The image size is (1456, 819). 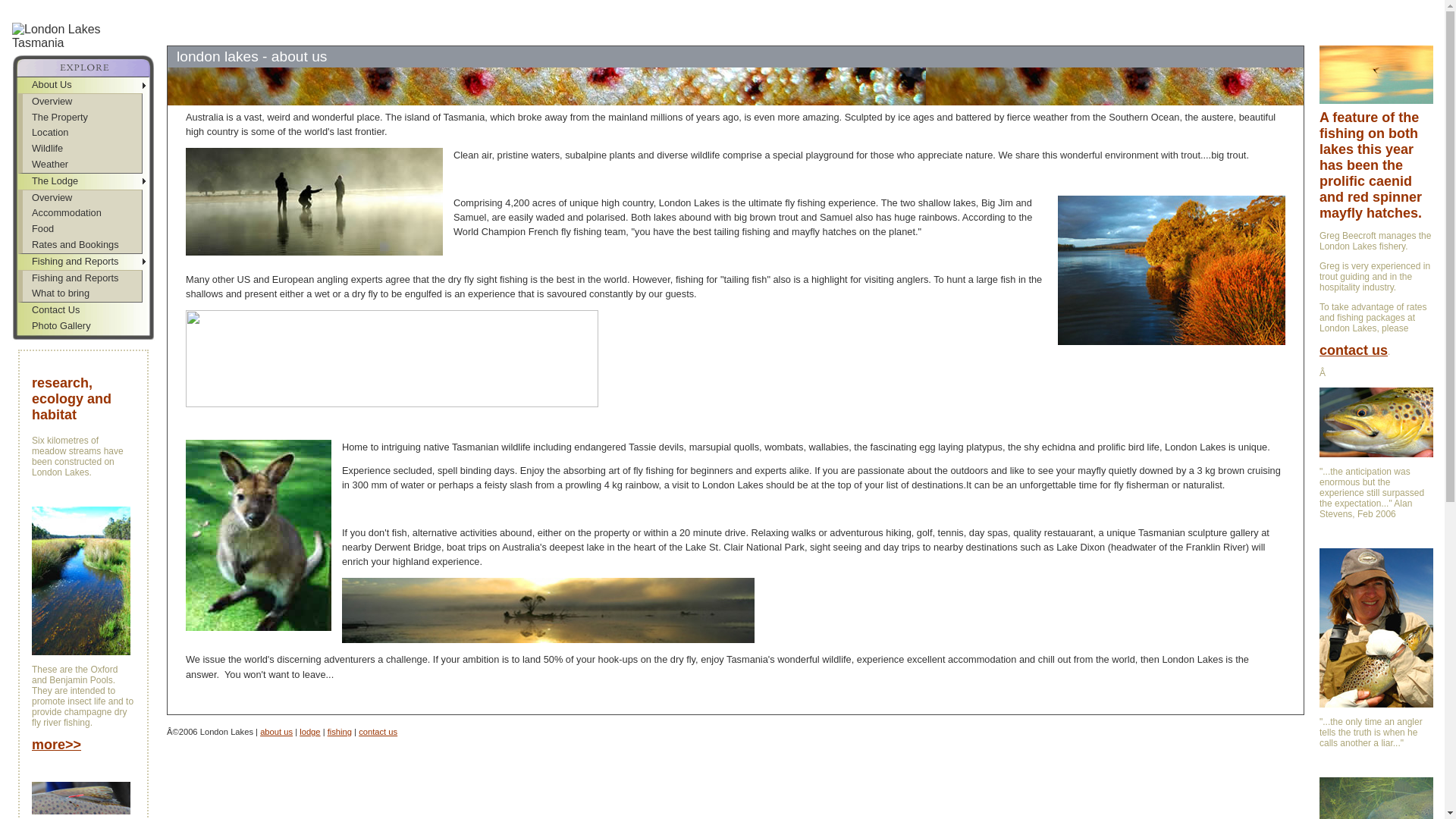 I want to click on 'about us', so click(x=259, y=730).